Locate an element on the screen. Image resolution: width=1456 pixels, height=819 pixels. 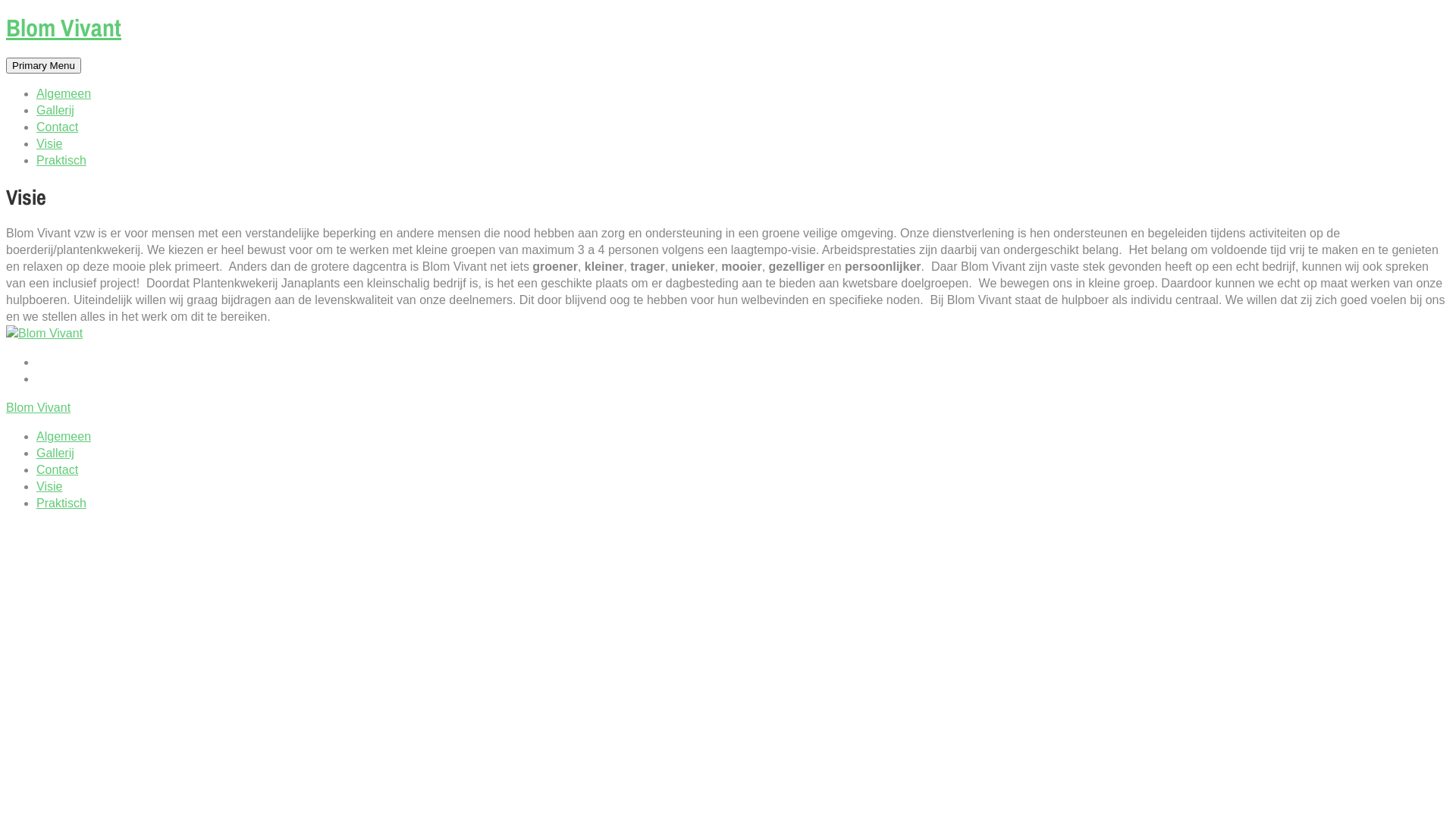
'Praktisch' is located at coordinates (61, 503).